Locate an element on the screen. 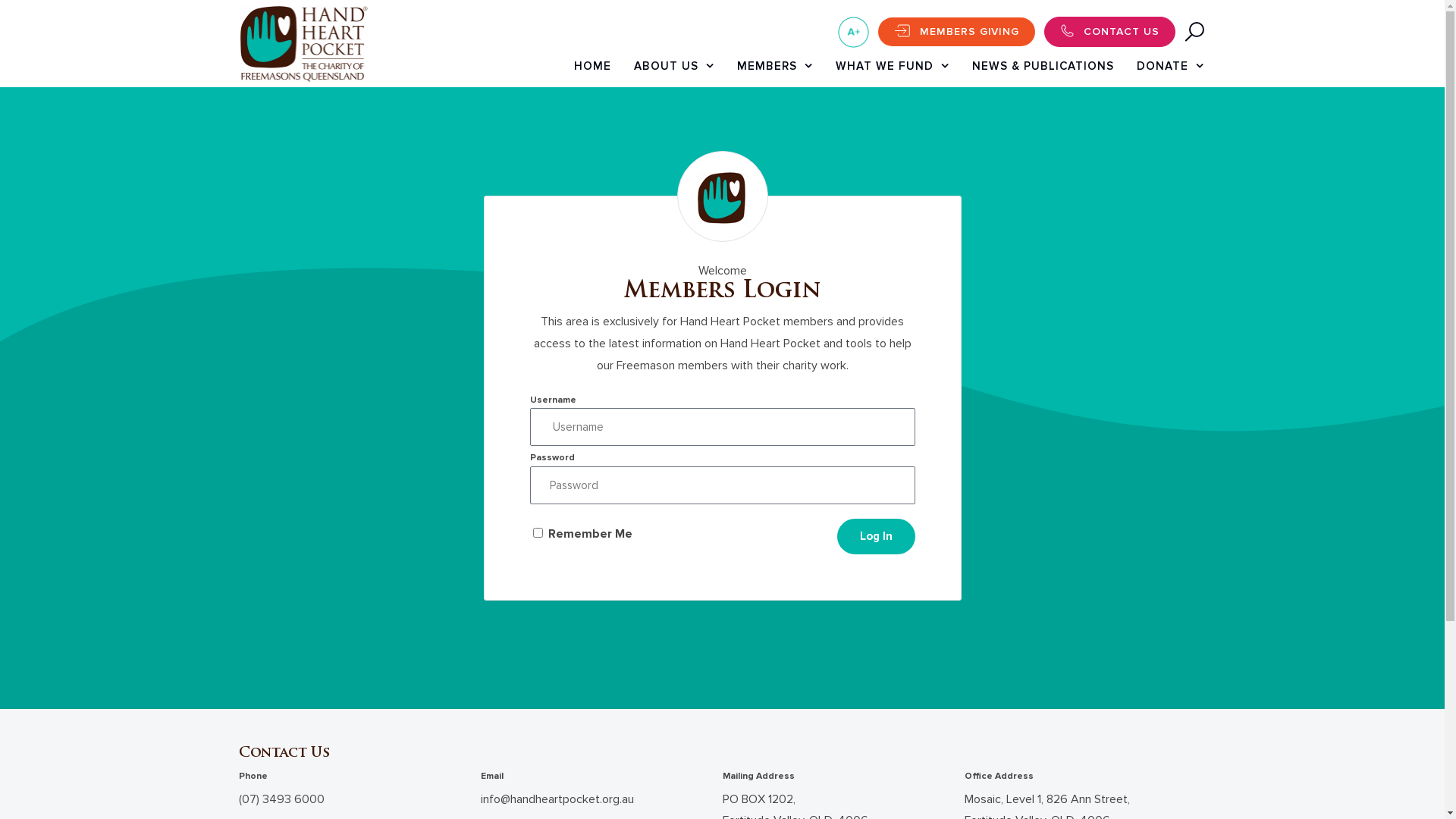  'MEMBERS' is located at coordinates (775, 70).